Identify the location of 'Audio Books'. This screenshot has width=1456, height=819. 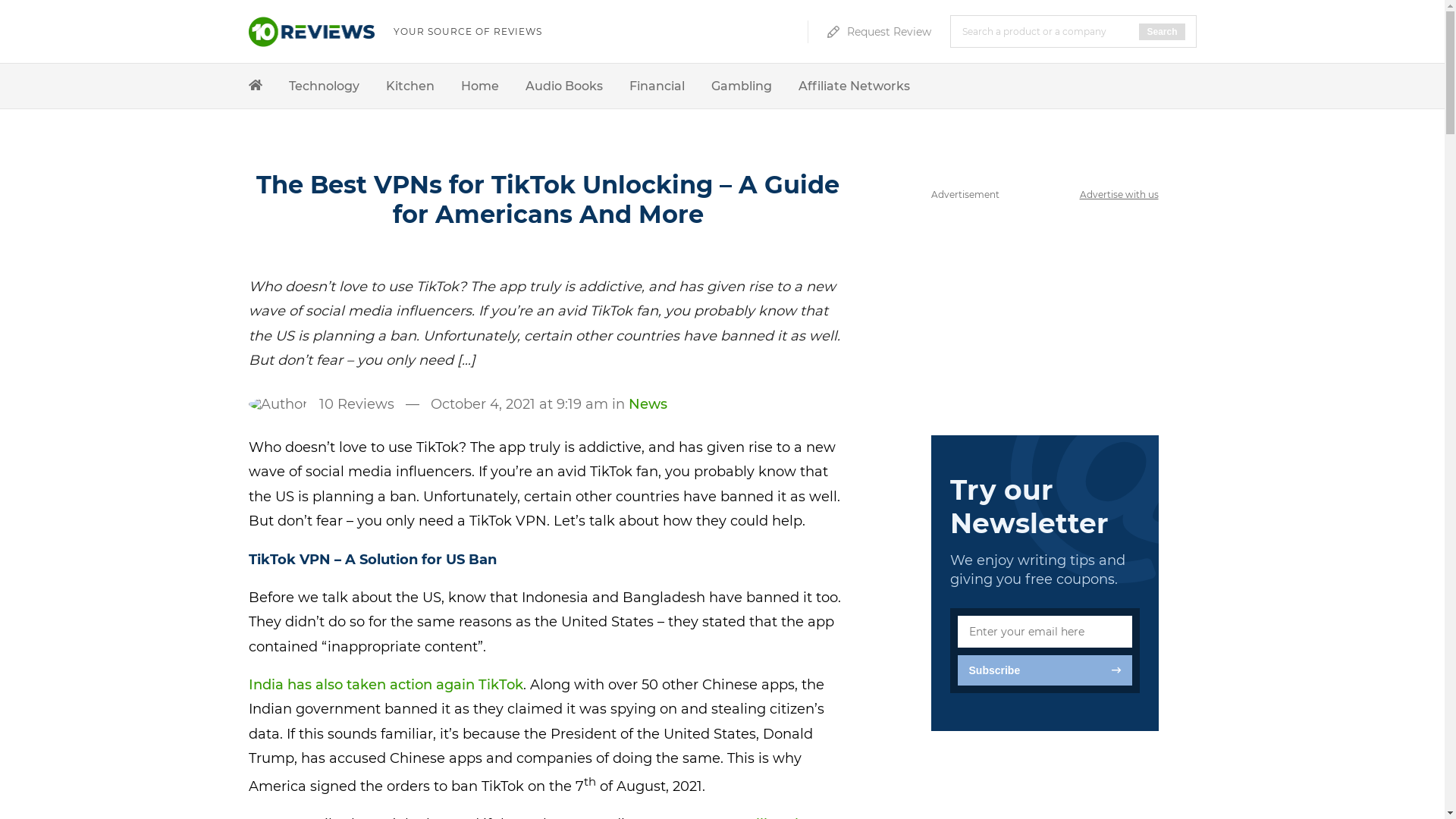
(563, 86).